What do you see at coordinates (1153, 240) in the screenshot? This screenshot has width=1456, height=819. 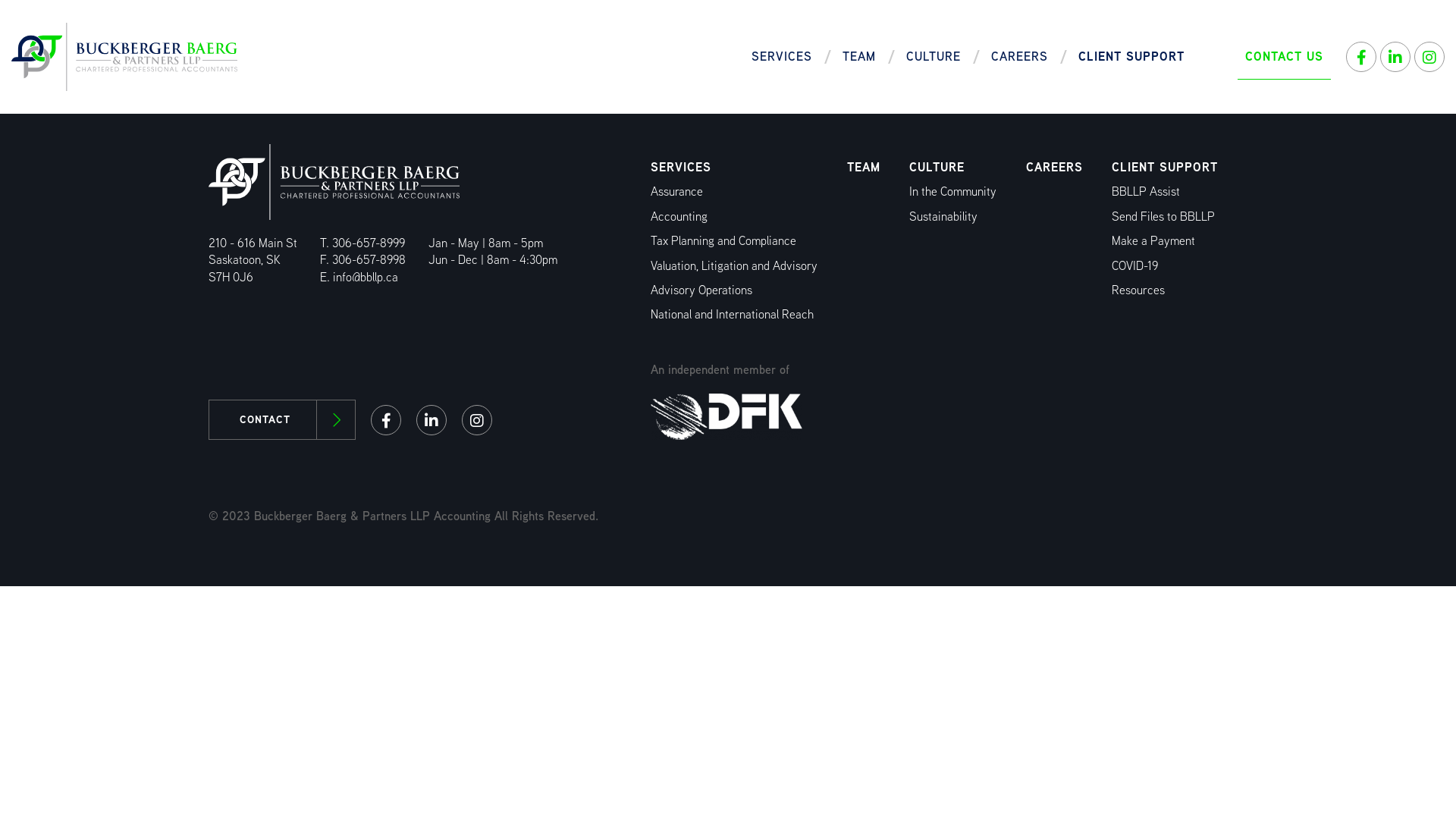 I see `'Make a Payment'` at bounding box center [1153, 240].